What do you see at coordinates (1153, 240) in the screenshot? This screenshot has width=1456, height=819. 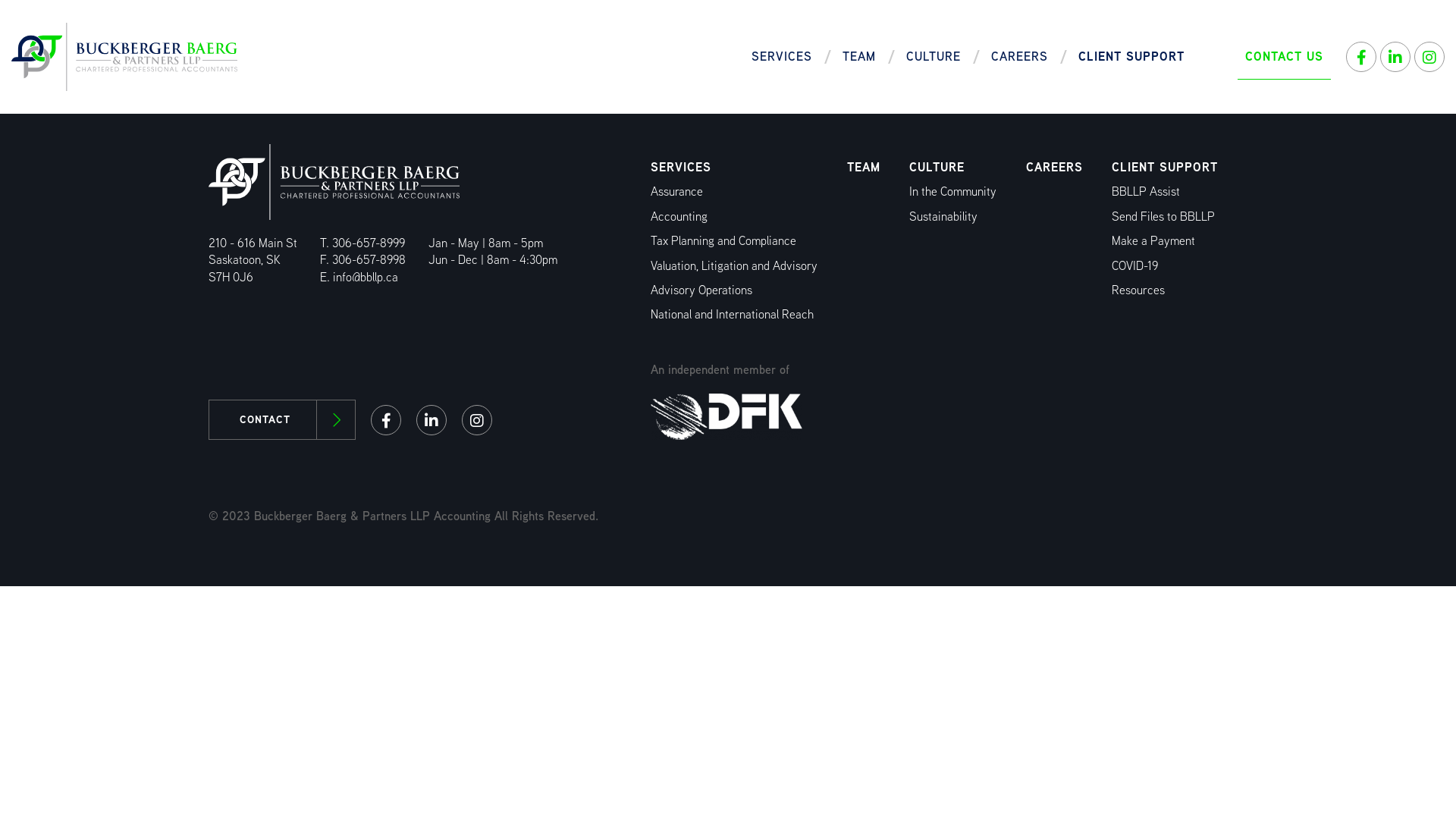 I see `'Make a Payment'` at bounding box center [1153, 240].